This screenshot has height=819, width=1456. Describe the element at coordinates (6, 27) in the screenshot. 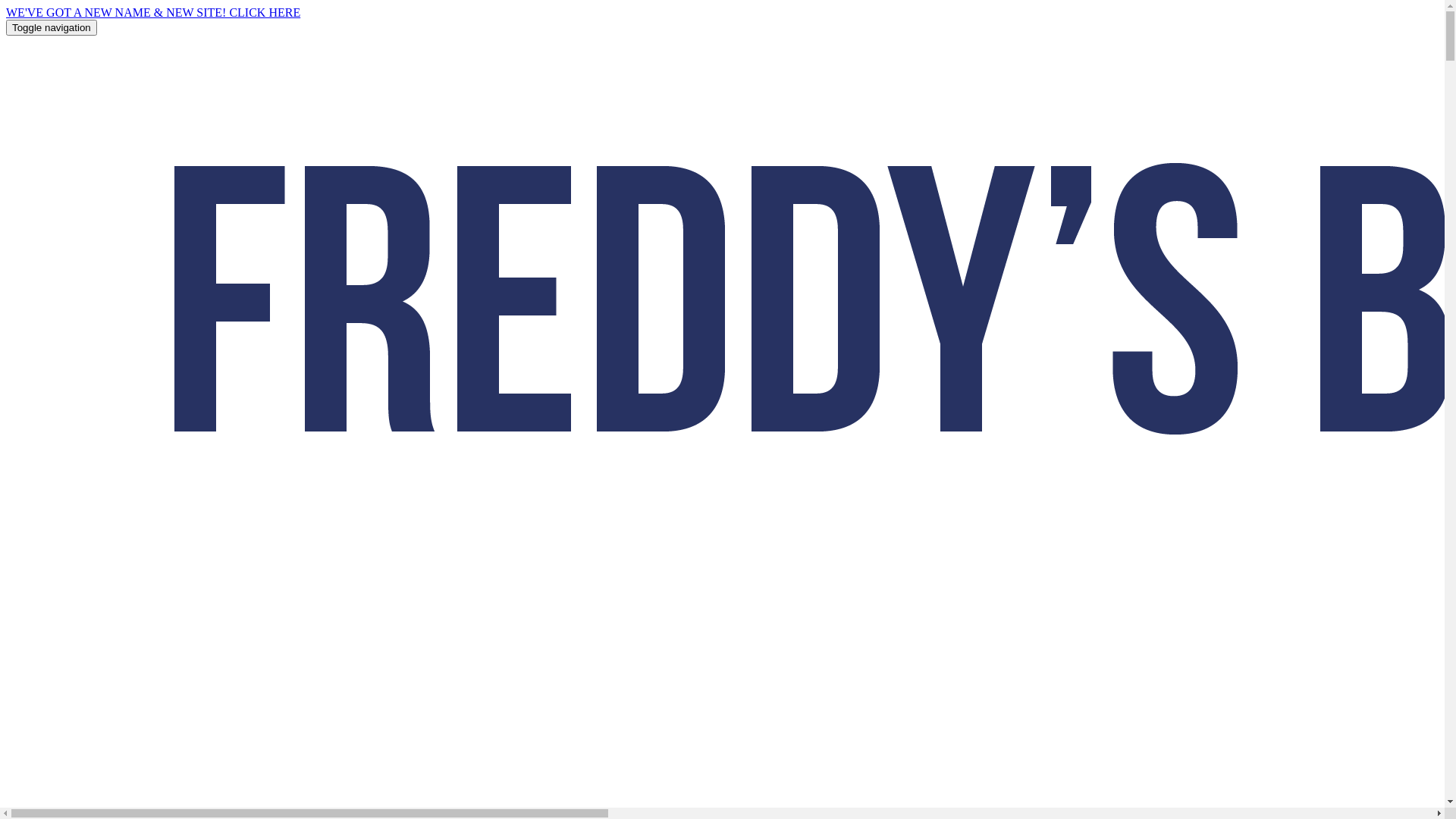

I see `'Toggle navigation'` at that location.